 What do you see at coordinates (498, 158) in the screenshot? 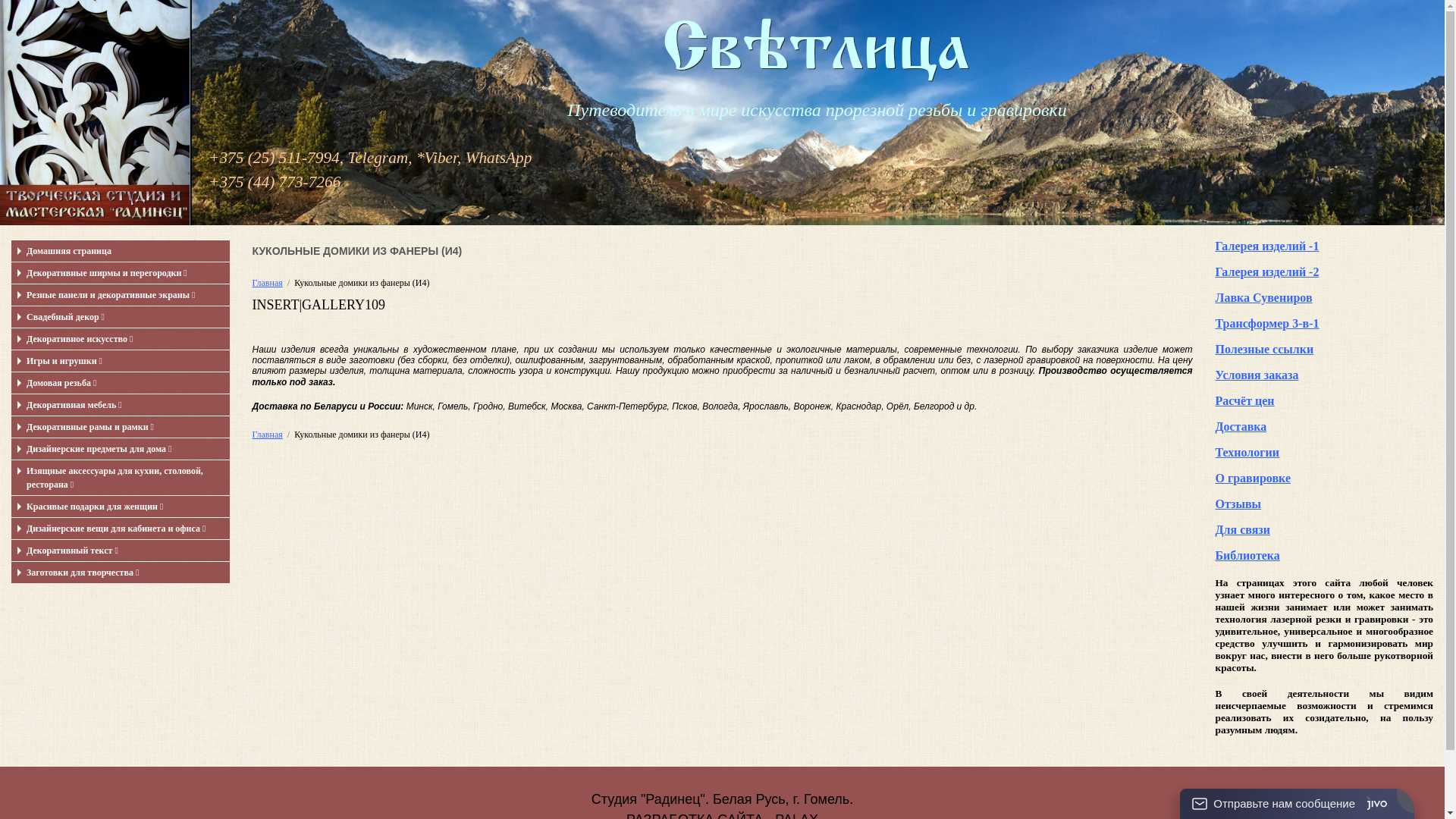
I see `'WhatsApp'` at bounding box center [498, 158].